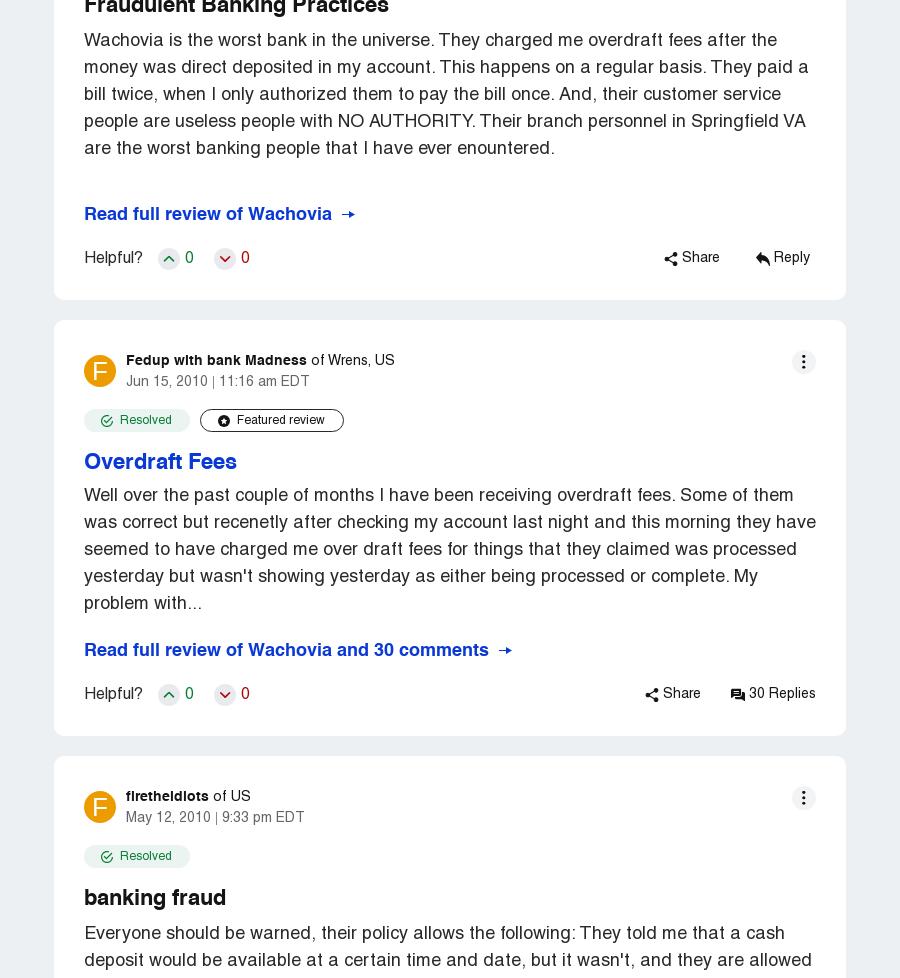 The width and height of the screenshot is (900, 978). What do you see at coordinates (225, 412) in the screenshot?
I see `'Litfad'` at bounding box center [225, 412].